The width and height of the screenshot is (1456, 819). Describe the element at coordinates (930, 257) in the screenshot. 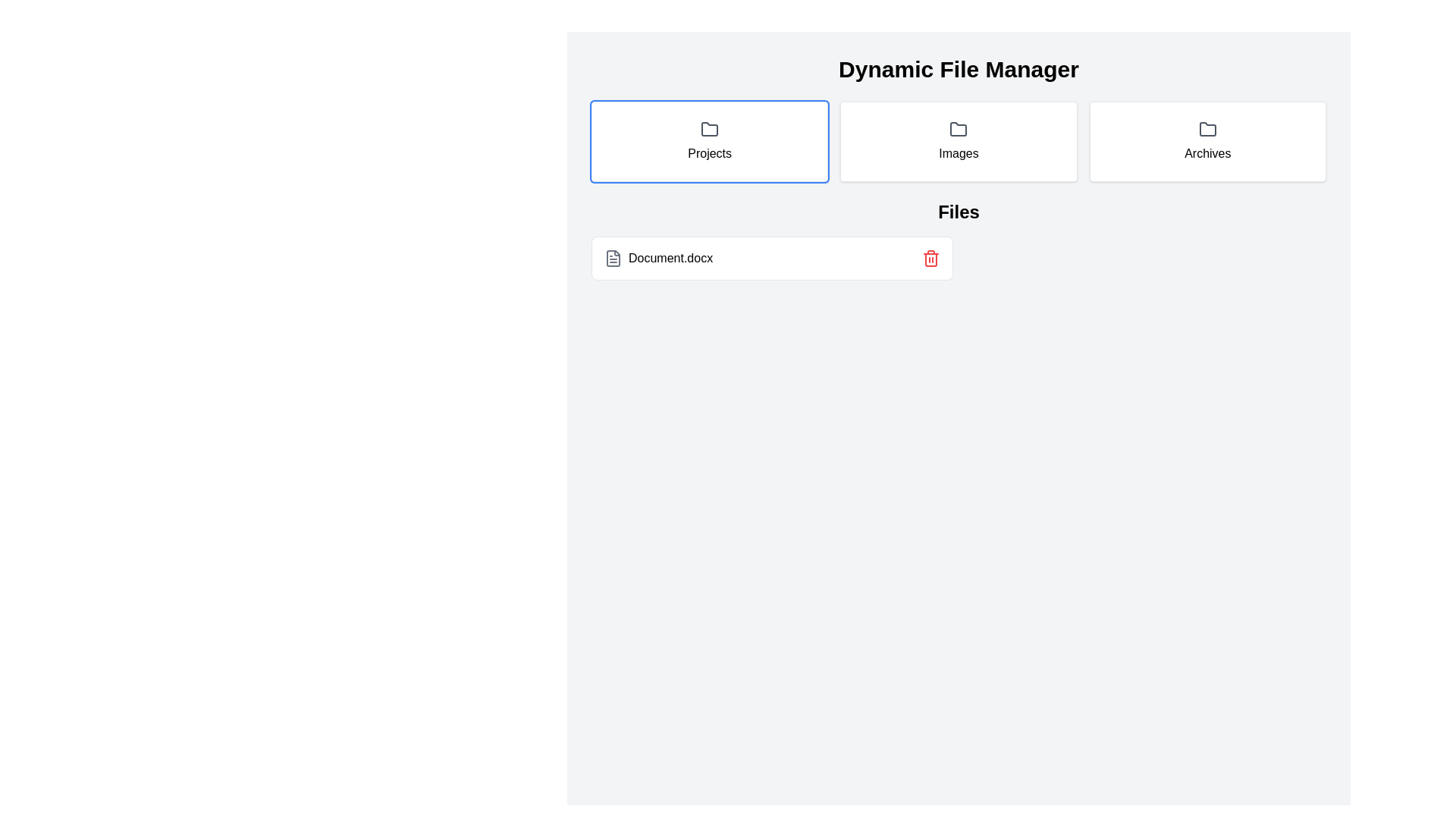

I see `the red trash bin icon button located in the rightmost segment of the row containing the text 'Document.docx'` at that location.